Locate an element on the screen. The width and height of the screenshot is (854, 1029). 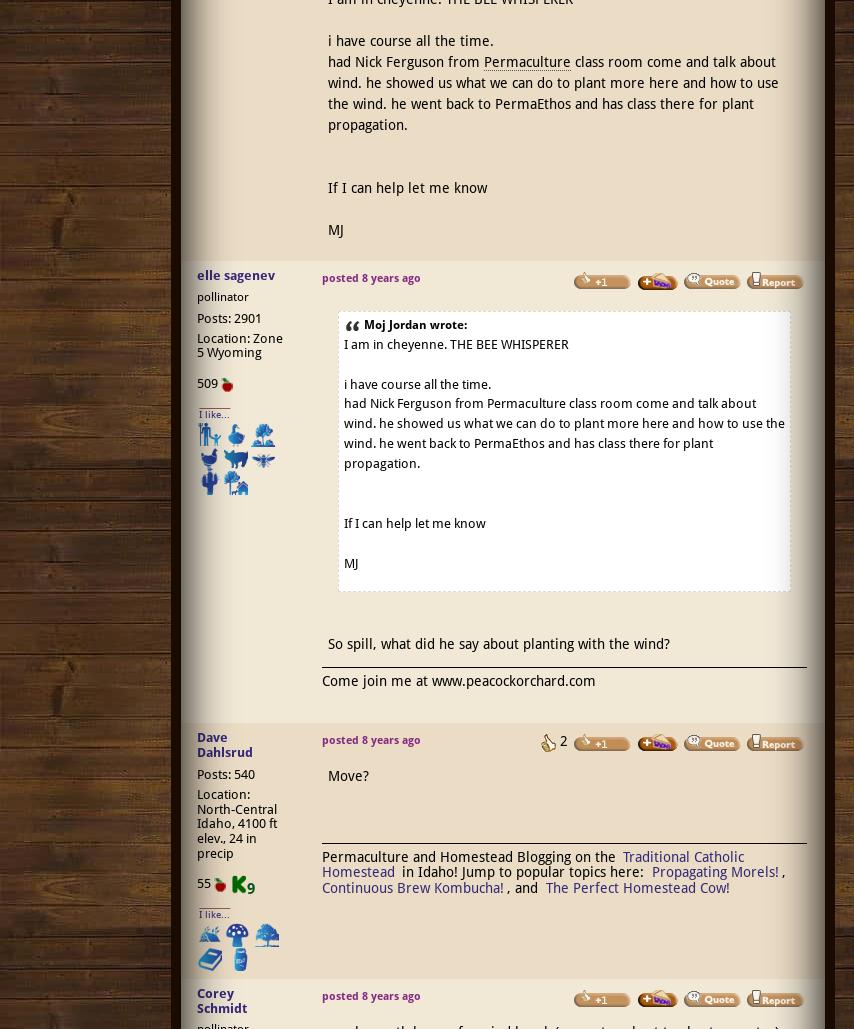
'in Idaho! Jump to popular topics here:' is located at coordinates (522, 870).